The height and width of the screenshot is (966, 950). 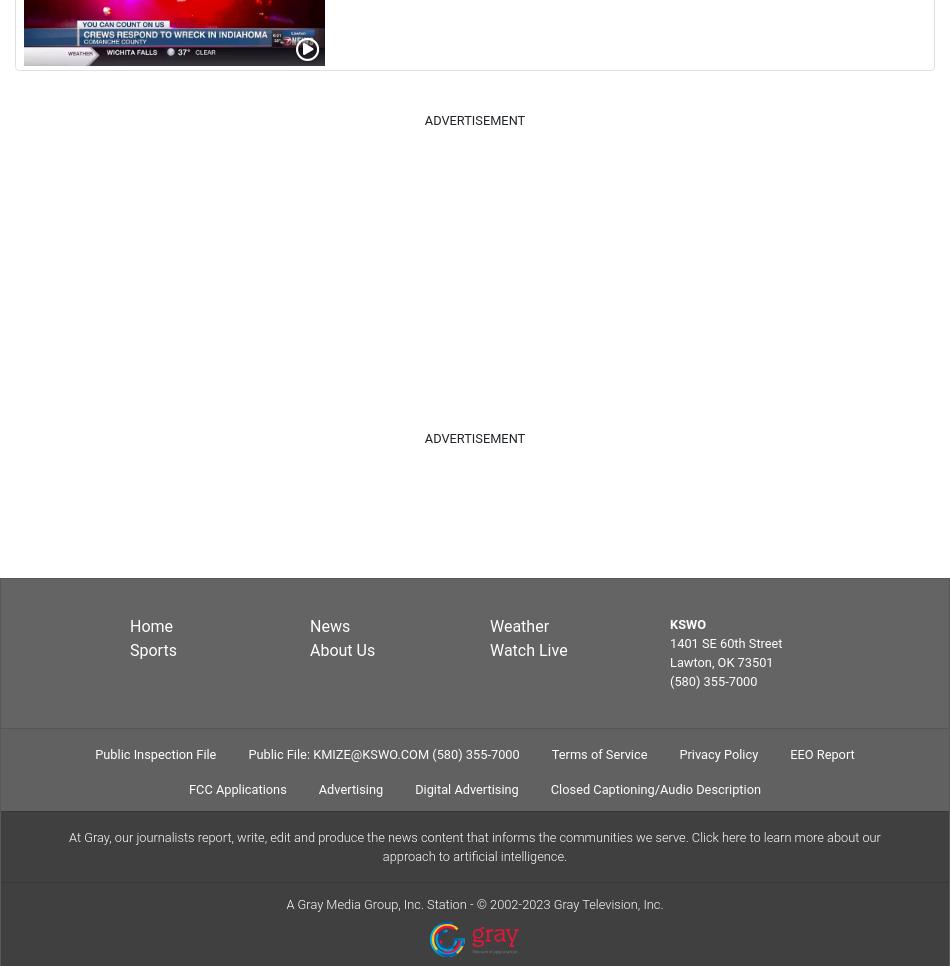 I want to click on 'A Gray Media Group, Inc. Station -', so click(x=380, y=903).